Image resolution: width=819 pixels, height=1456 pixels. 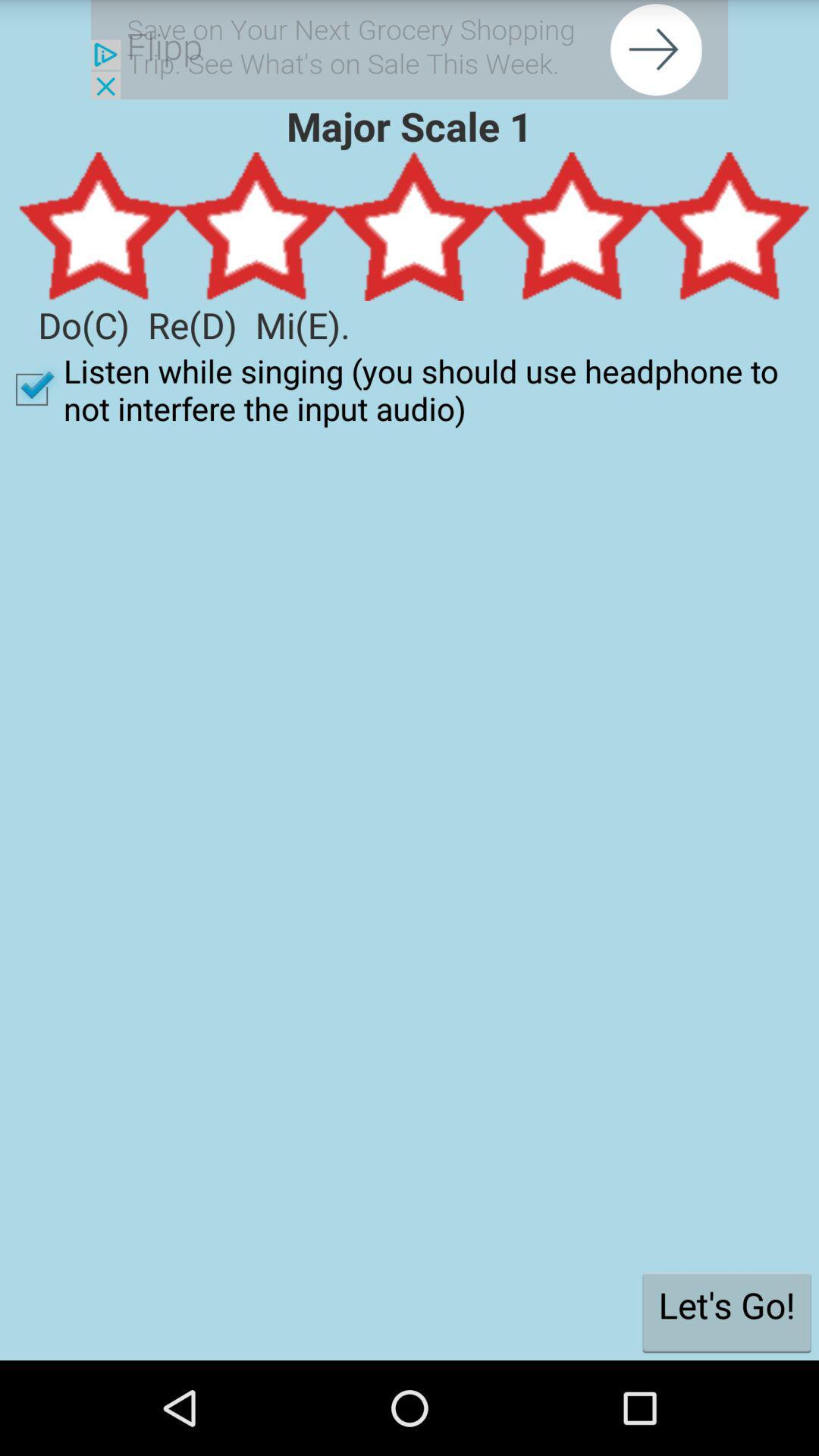 I want to click on share article, so click(x=409, y=49).